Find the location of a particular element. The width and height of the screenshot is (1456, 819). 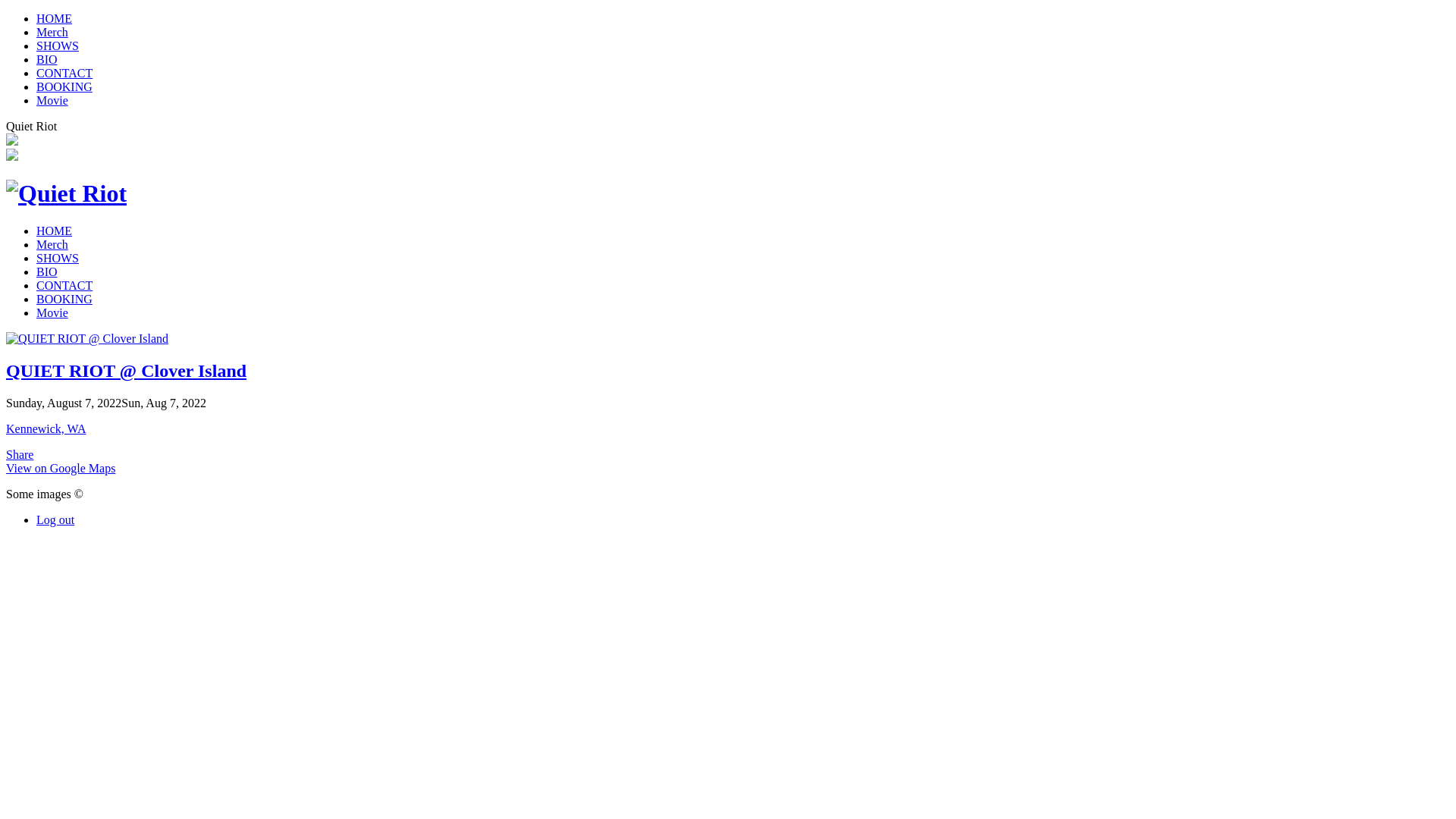

'Merch' is located at coordinates (52, 243).